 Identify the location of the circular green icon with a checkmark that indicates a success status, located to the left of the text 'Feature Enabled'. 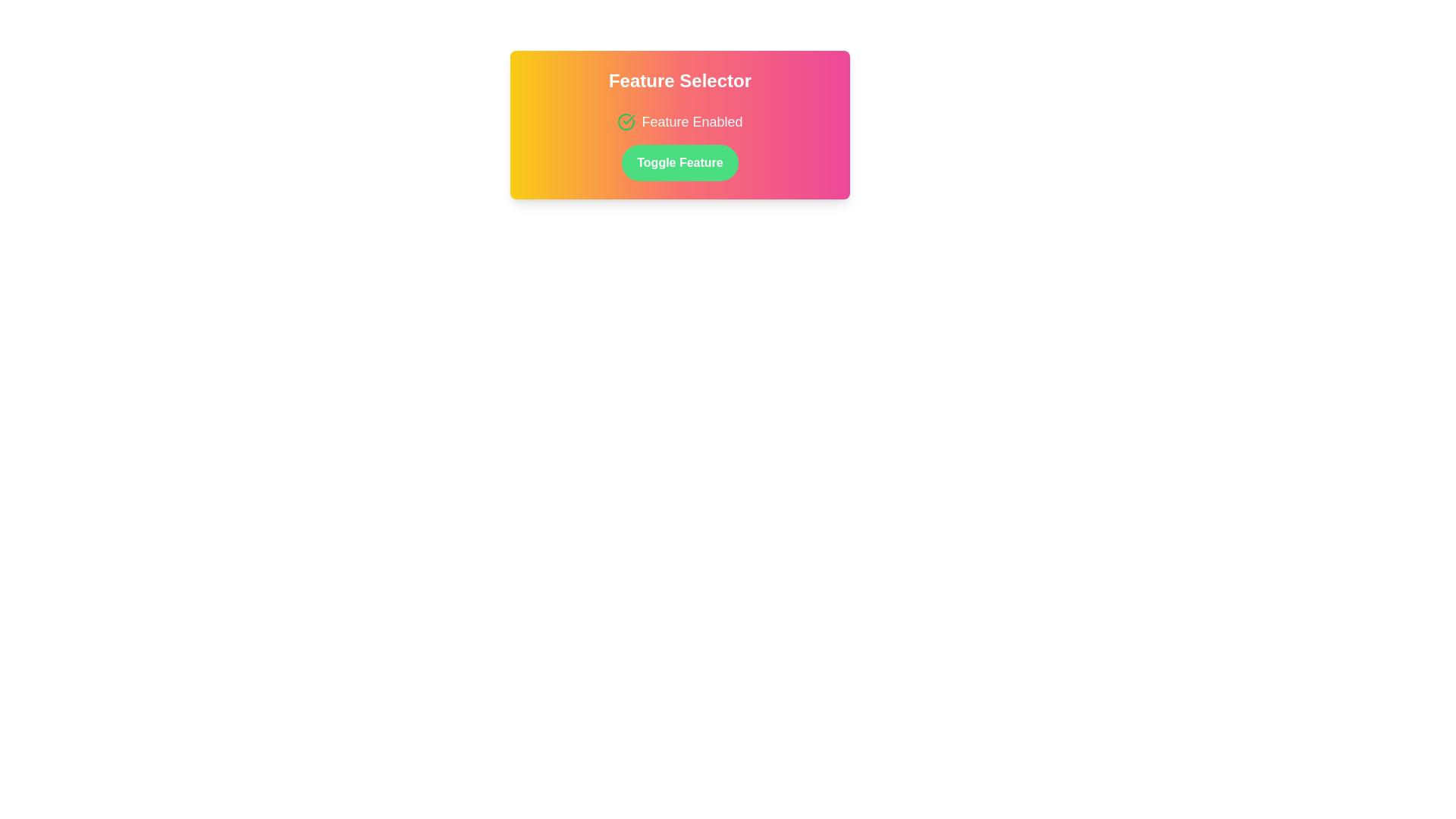
(626, 121).